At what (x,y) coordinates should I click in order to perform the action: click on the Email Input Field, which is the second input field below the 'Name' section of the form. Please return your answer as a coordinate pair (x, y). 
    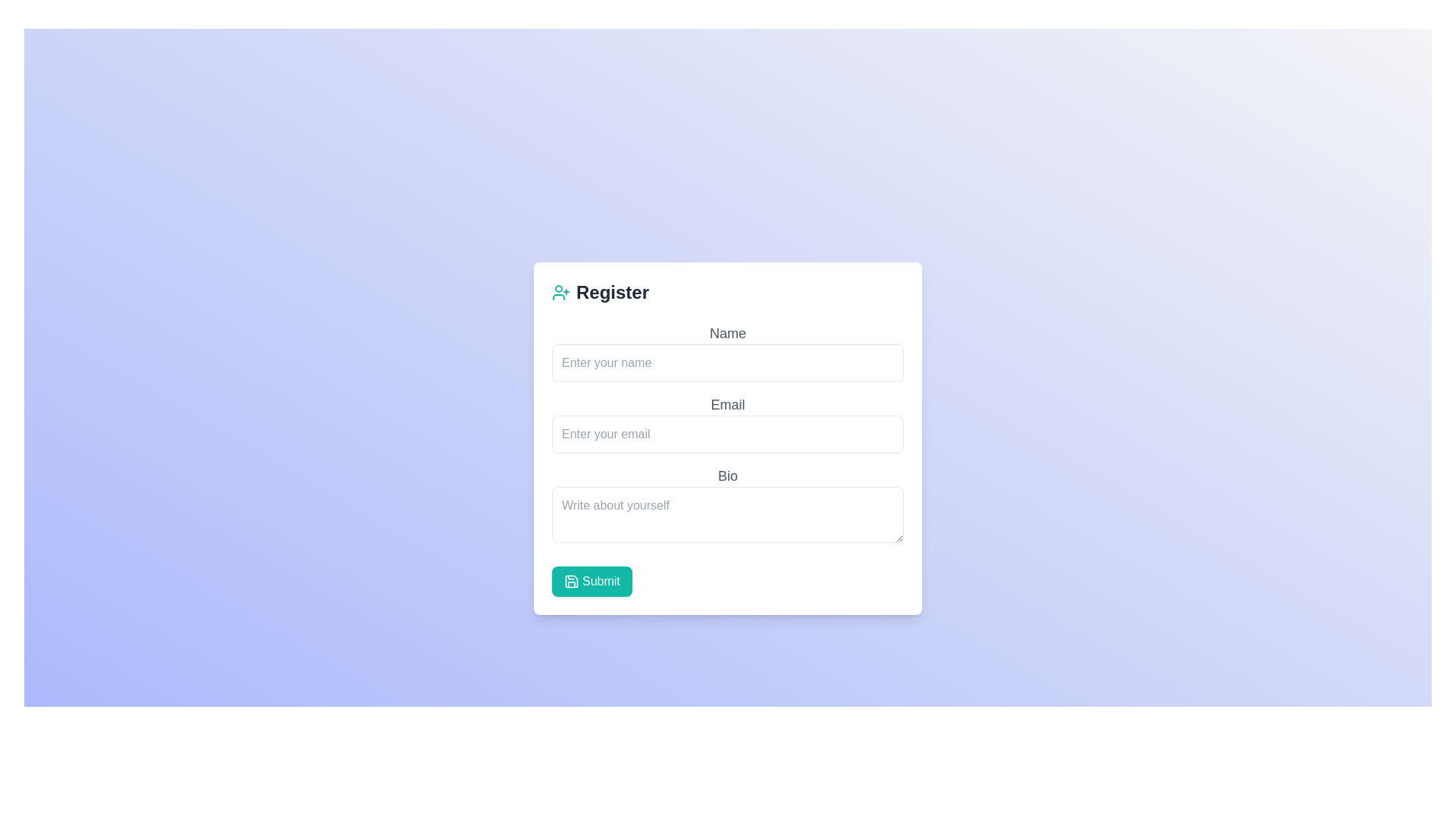
    Looking at the image, I should click on (728, 423).